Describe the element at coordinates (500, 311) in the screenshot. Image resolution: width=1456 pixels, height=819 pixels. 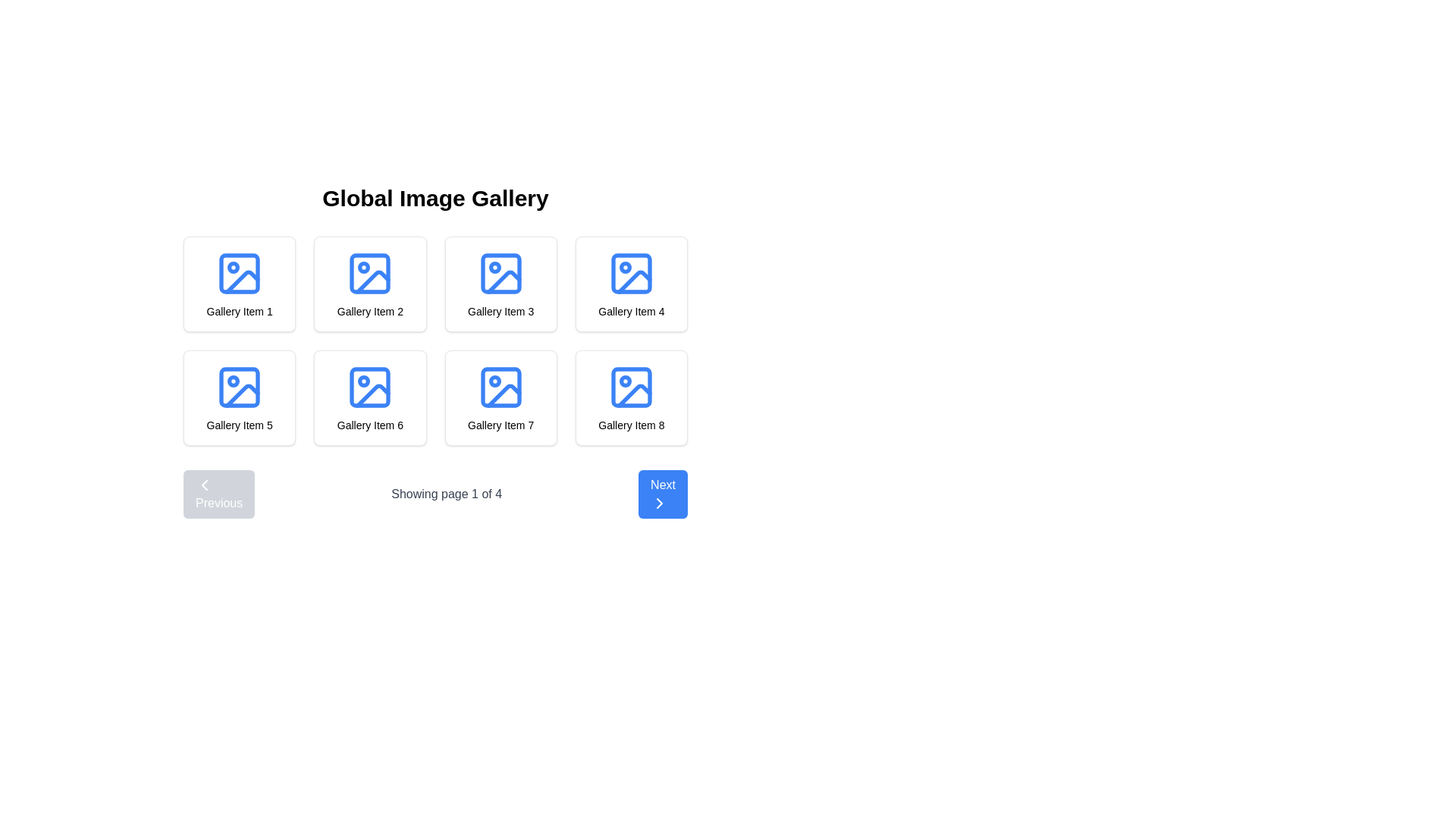
I see `text content of the third text label in the first row of the gallery grid, which provides information identifying the specific gallery item` at that location.